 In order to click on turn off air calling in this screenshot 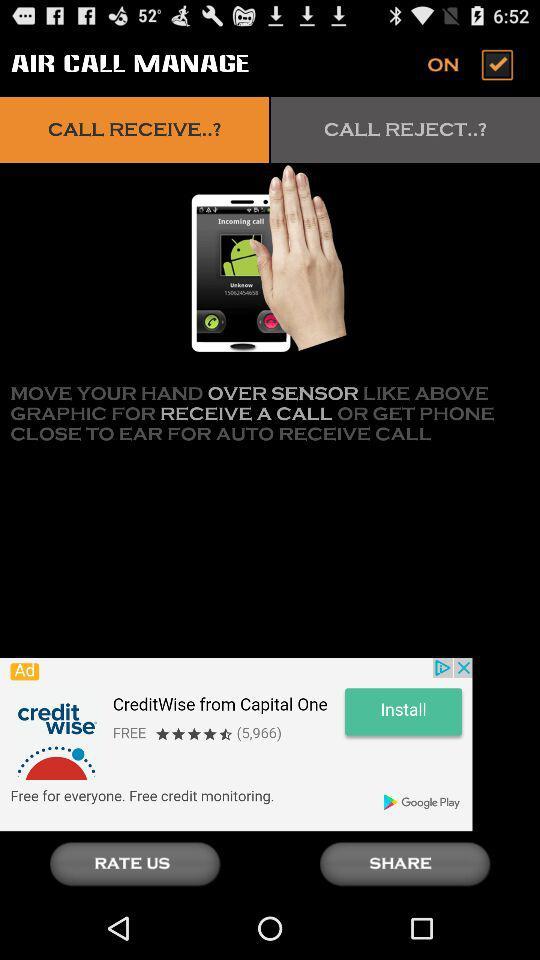, I will do `click(472, 64)`.